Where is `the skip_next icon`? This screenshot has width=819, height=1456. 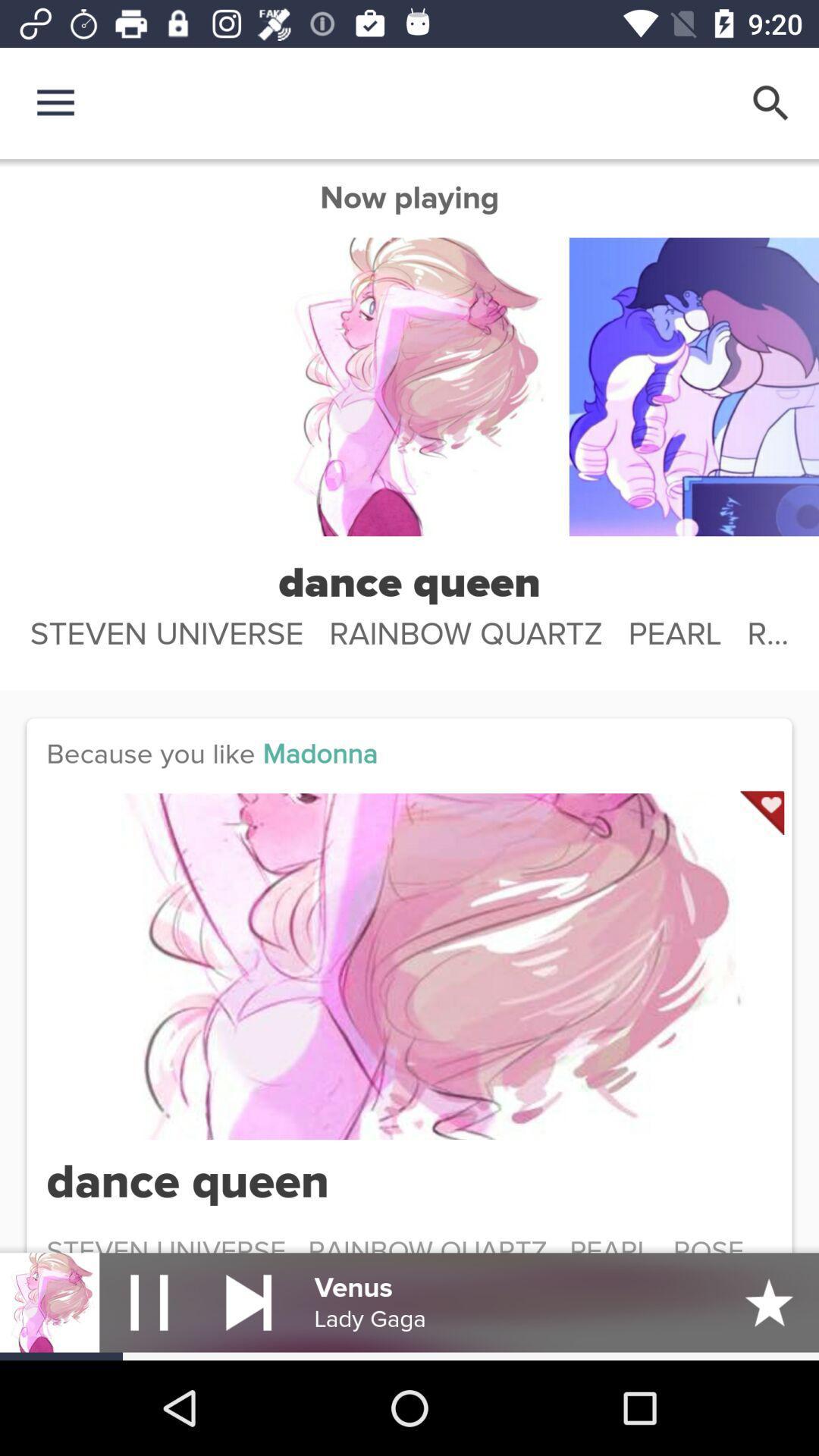
the skip_next icon is located at coordinates (248, 1301).